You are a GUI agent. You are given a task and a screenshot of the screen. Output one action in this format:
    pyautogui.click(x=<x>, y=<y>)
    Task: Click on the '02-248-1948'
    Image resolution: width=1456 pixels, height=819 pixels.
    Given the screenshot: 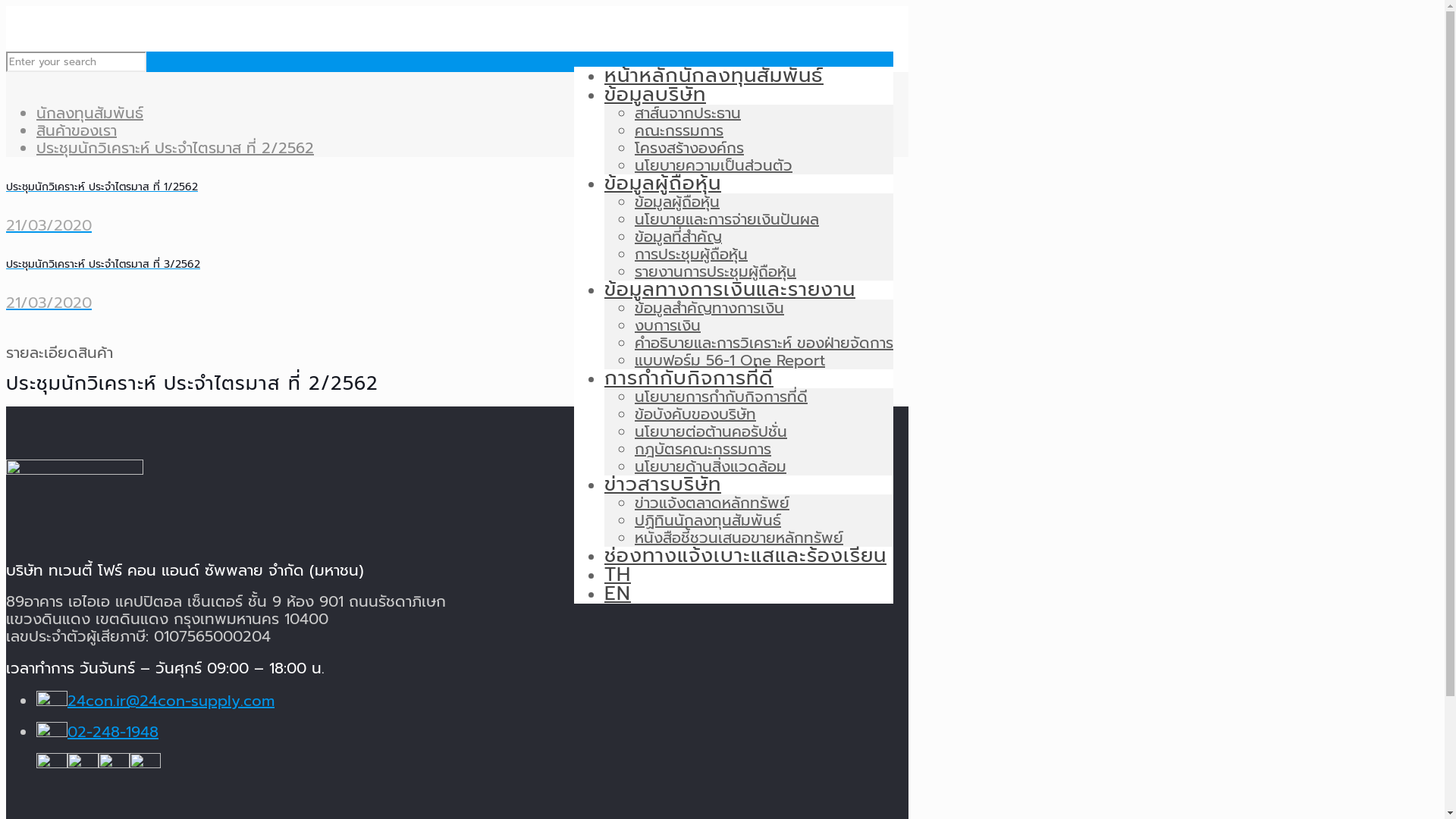 What is the action you would take?
    pyautogui.click(x=67, y=730)
    